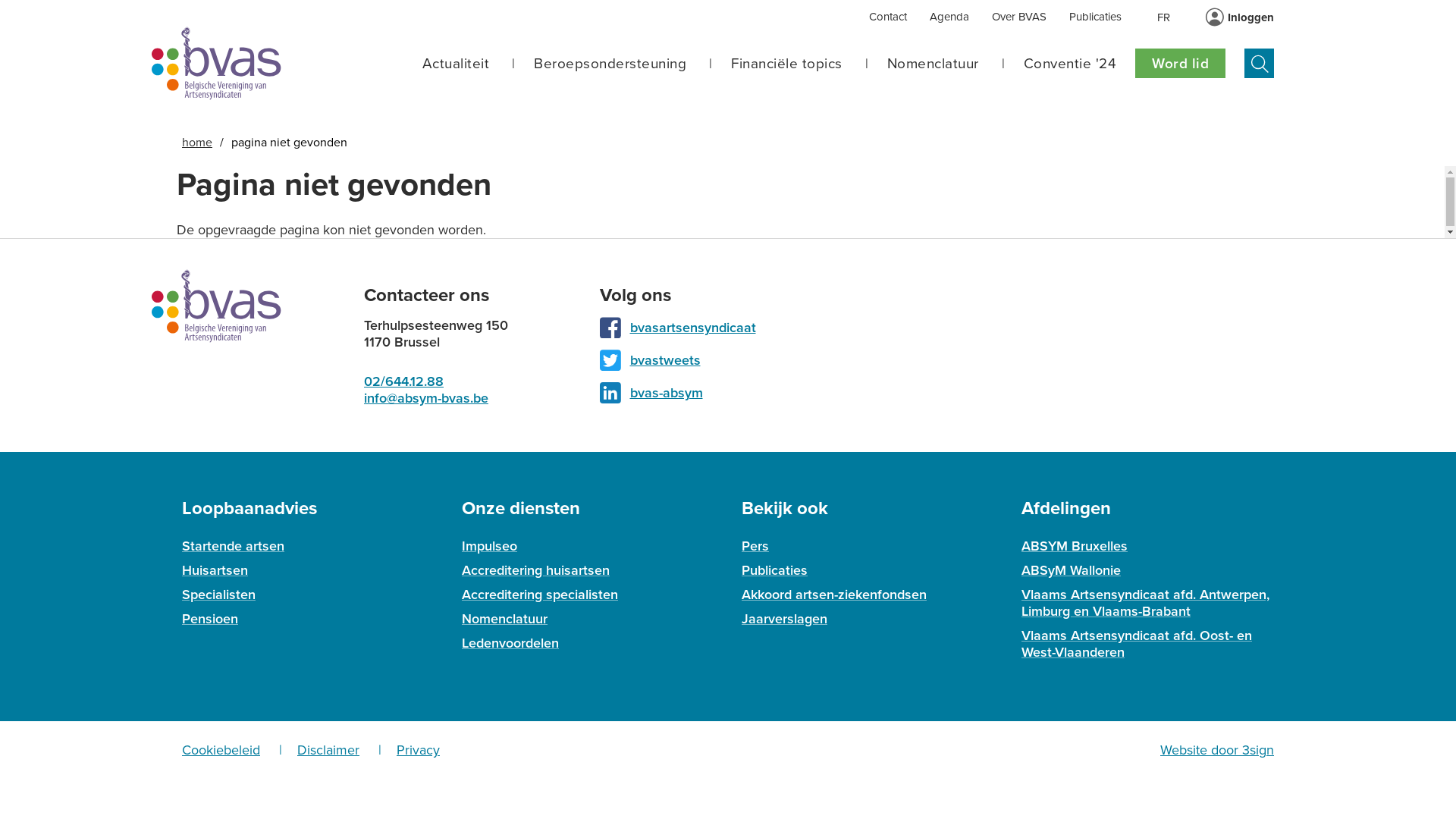 This screenshot has width=1456, height=819. Describe the element at coordinates (1069, 63) in the screenshot. I see `'Conventie '24'` at that location.